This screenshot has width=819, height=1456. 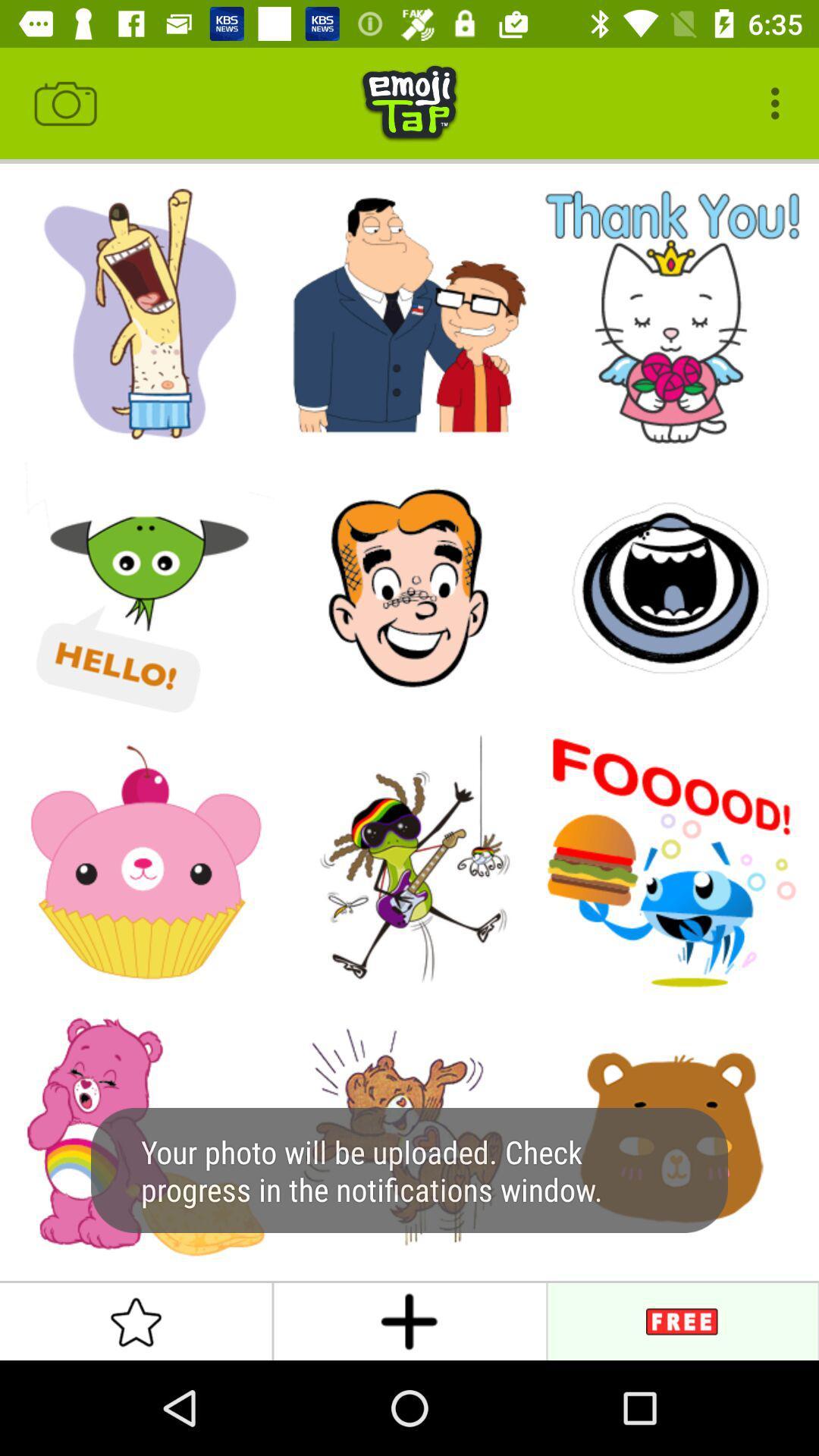 What do you see at coordinates (409, 1320) in the screenshot?
I see `the add icon` at bounding box center [409, 1320].